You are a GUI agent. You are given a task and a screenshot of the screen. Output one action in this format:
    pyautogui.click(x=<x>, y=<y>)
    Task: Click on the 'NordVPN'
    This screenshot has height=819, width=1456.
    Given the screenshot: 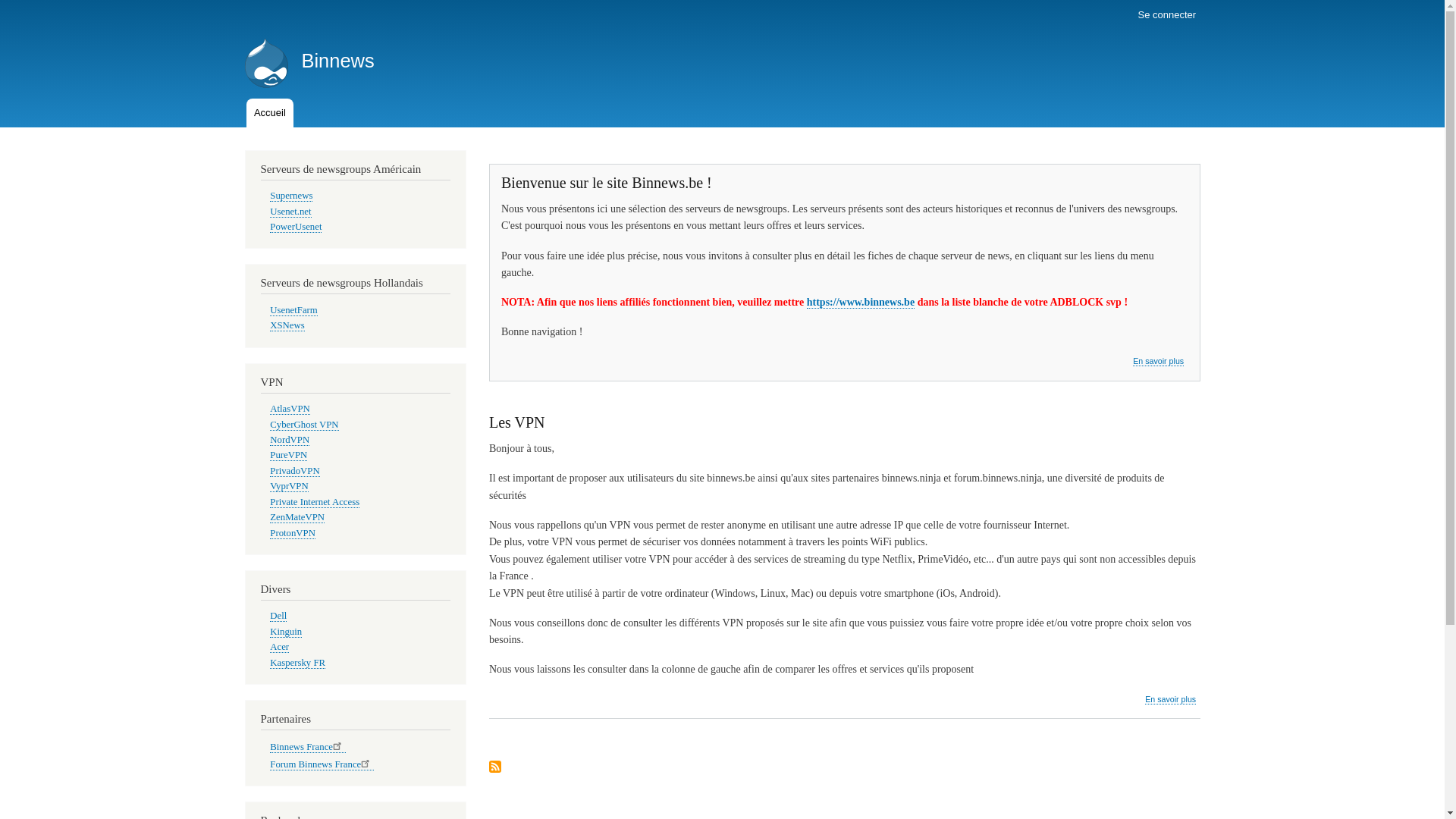 What is the action you would take?
    pyautogui.click(x=269, y=440)
    